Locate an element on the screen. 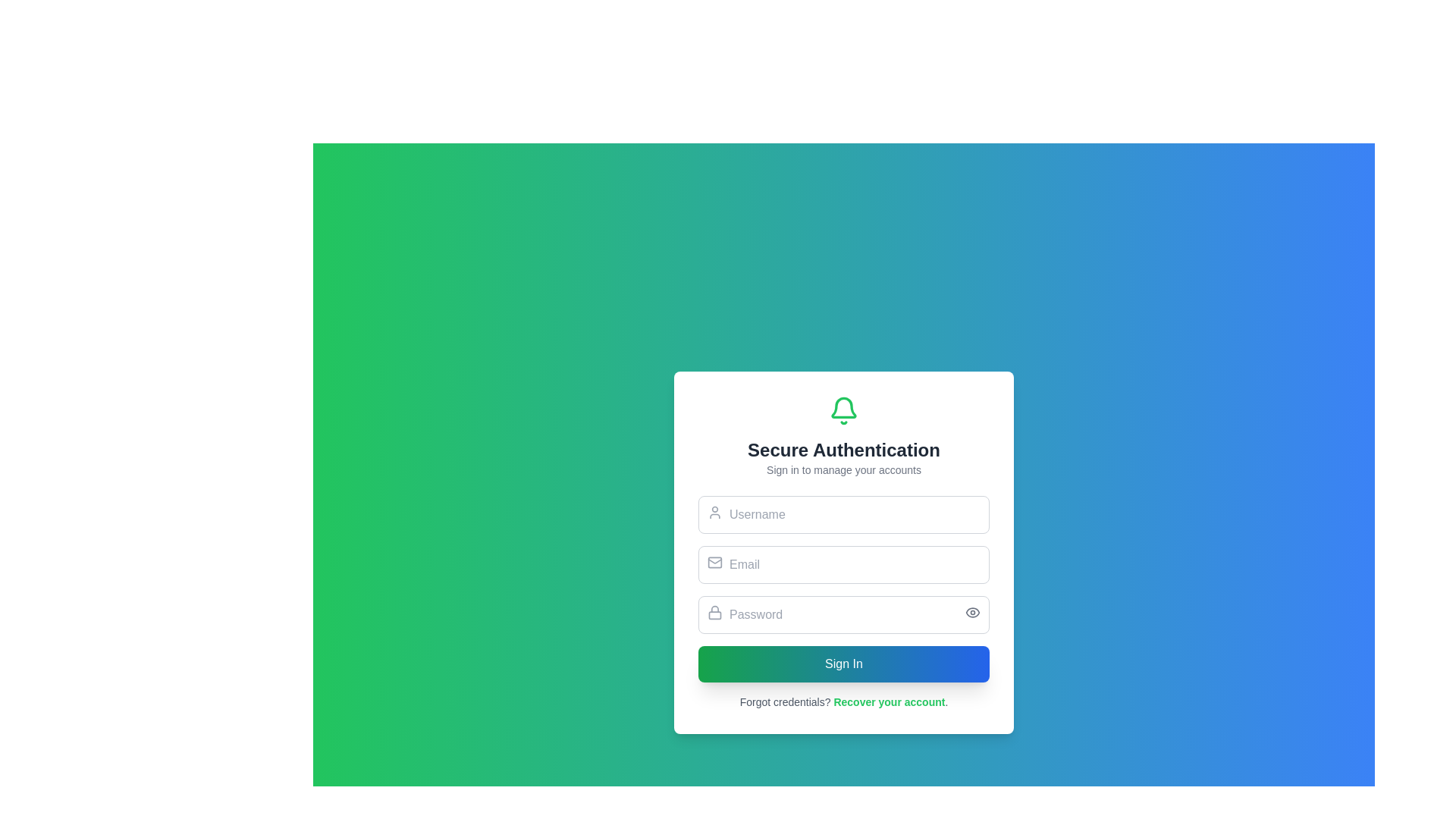  the 'Sign In' button, which is a rectangular button with a gradient background from green to blue, located at the bottom of the authentication popup is located at coordinates (843, 663).